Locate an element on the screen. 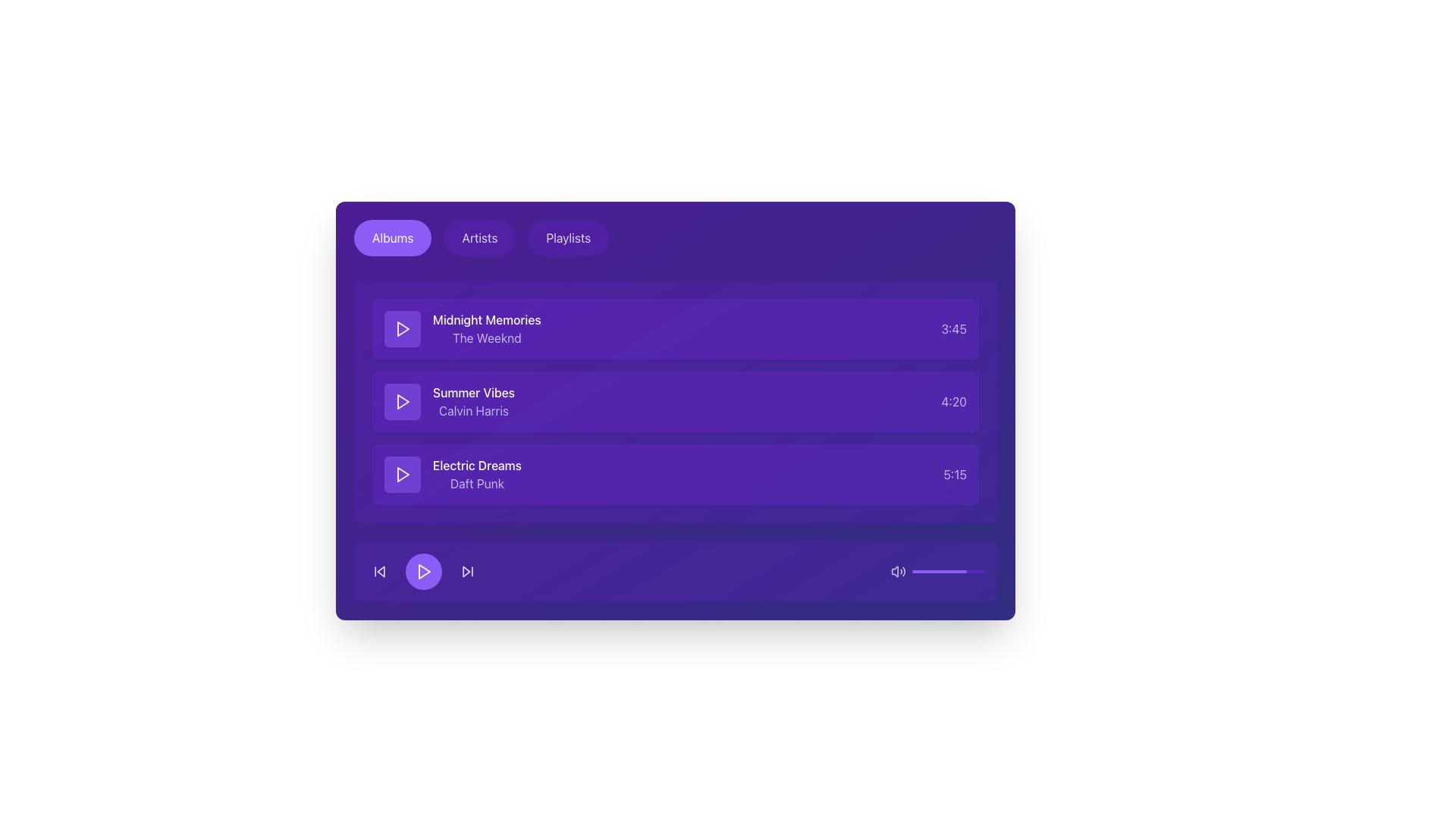 The width and height of the screenshot is (1456, 819). the Text Label identifying the artist name associated with the track 'Midnight Memories', which is positioned underneath the song label in the first song block of the vertically arranged list is located at coordinates (487, 337).